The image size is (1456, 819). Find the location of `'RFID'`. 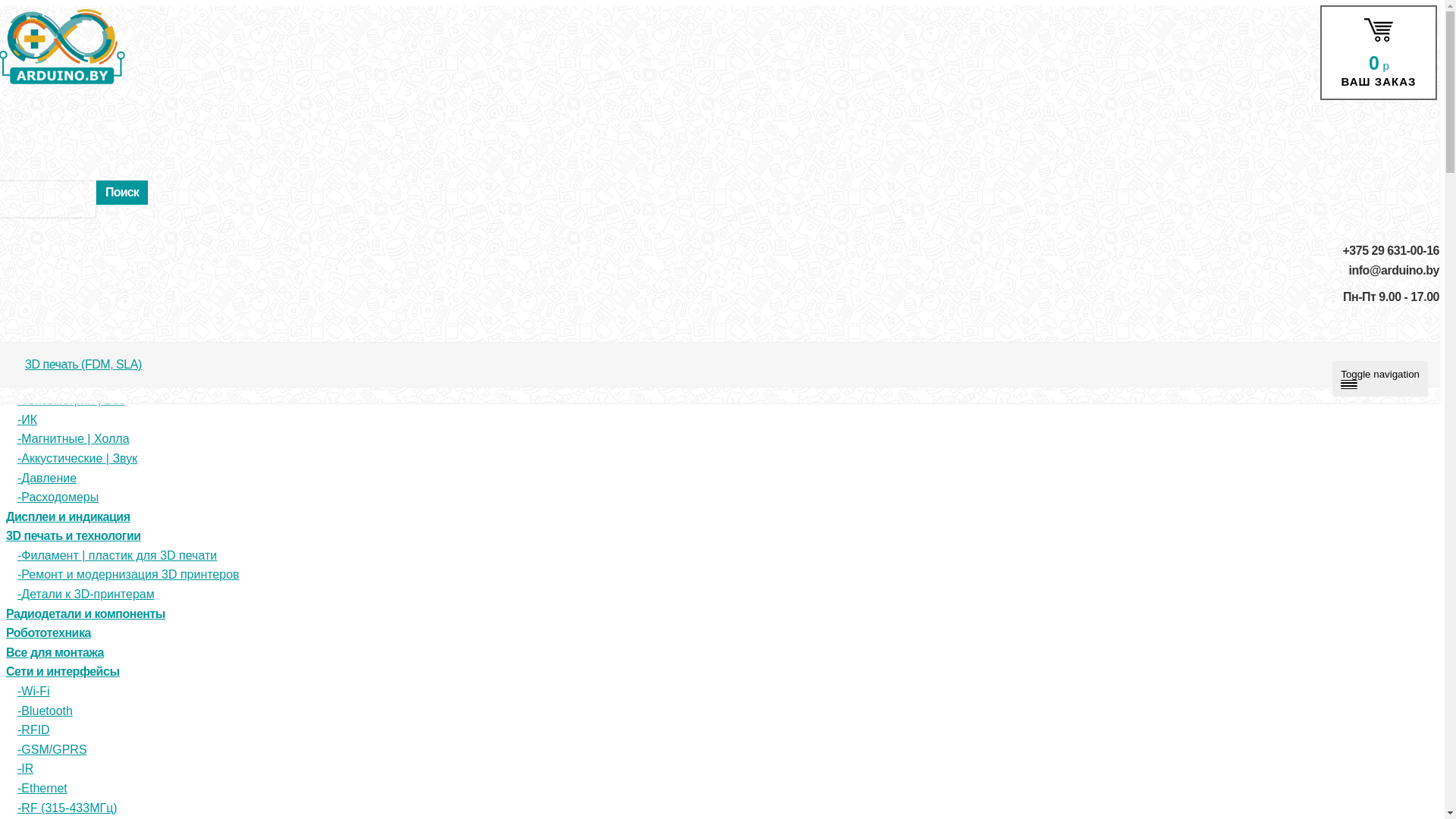

'RFID' is located at coordinates (33, 729).